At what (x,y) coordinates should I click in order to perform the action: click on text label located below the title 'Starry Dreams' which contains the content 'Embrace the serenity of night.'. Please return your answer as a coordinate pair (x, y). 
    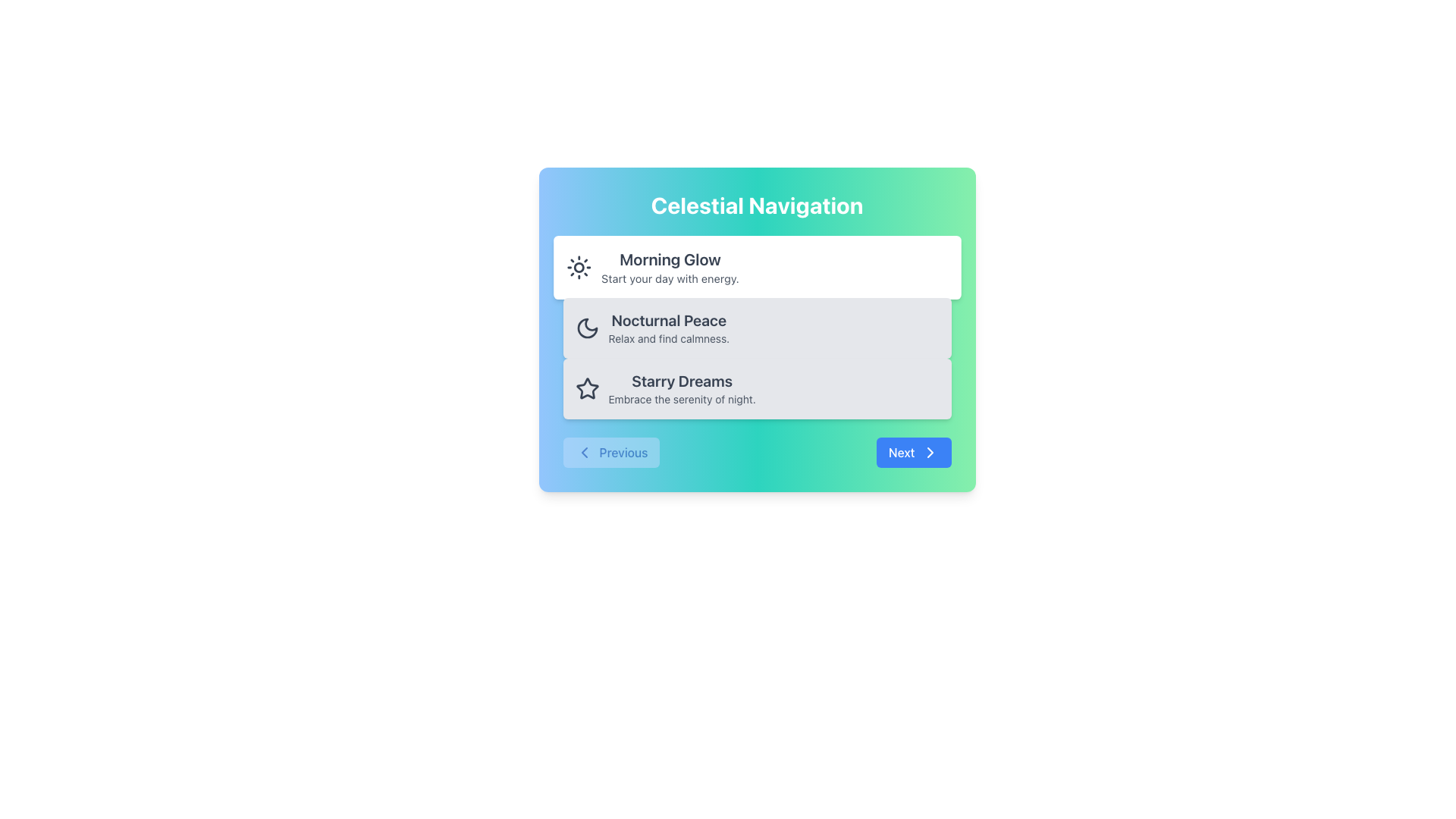
    Looking at the image, I should click on (681, 399).